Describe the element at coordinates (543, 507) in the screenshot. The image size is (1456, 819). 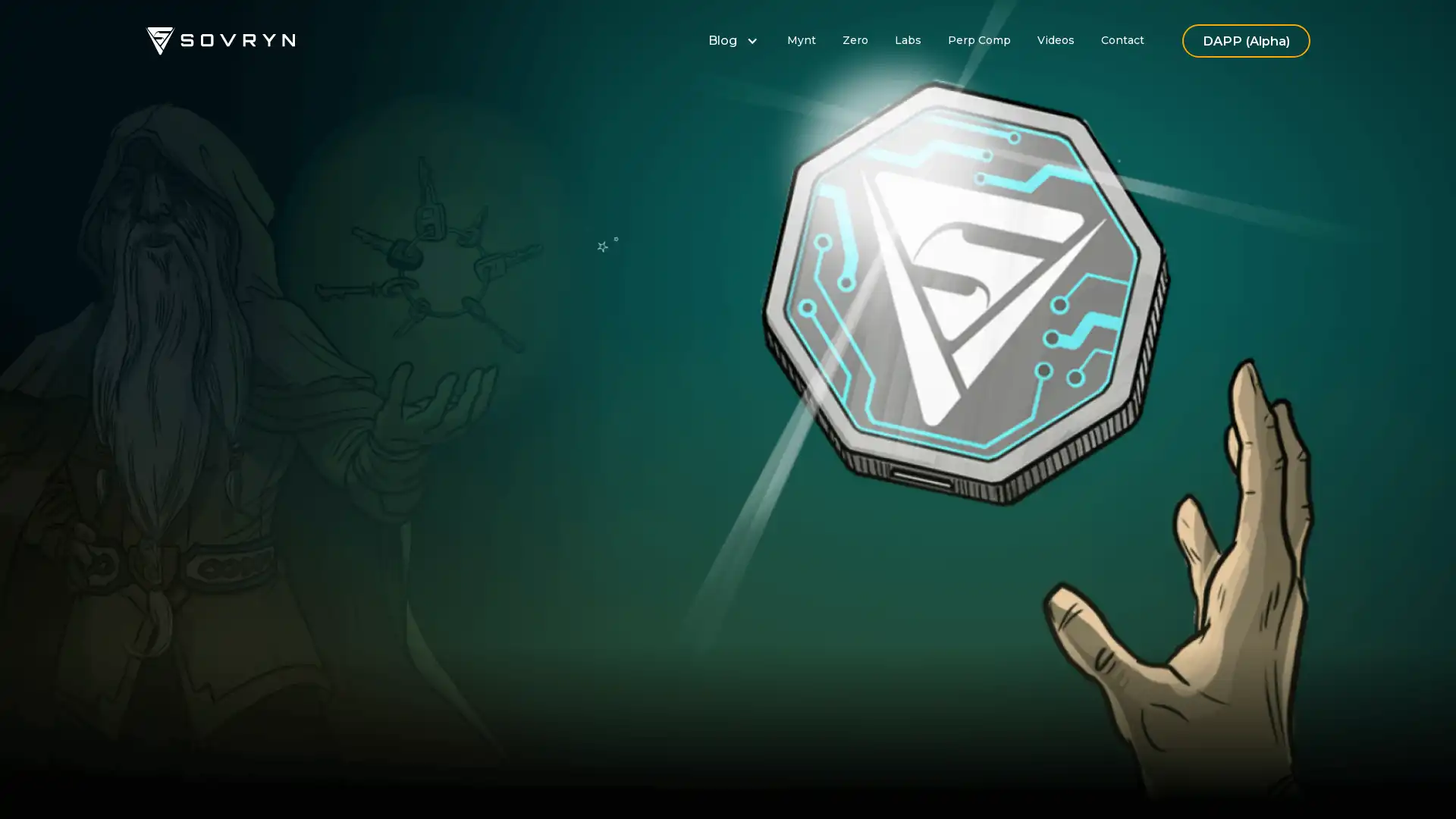
I see `Sign me up!` at that location.